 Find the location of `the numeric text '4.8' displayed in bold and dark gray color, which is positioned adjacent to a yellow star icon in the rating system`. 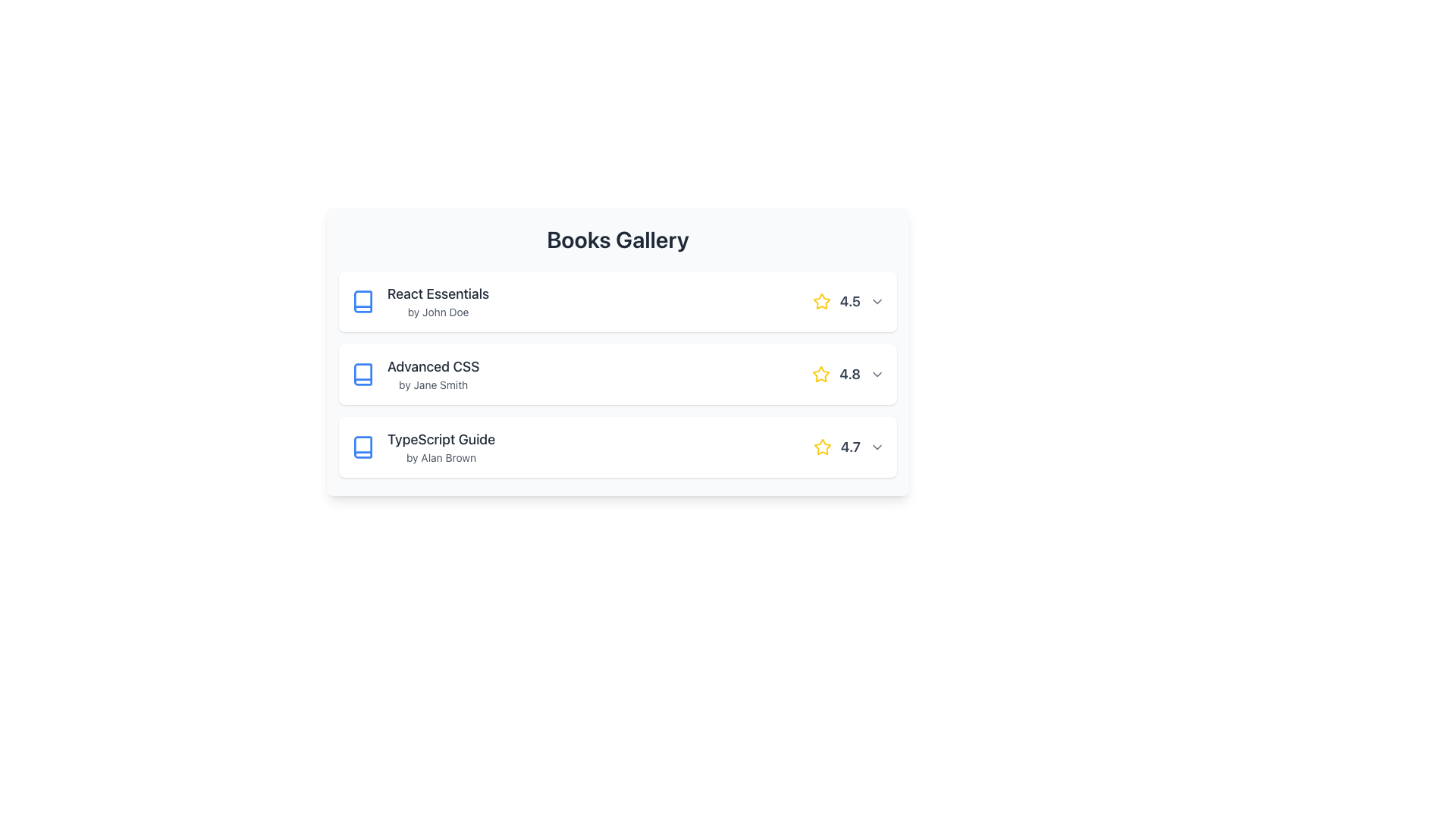

the numeric text '4.8' displayed in bold and dark gray color, which is positioned adjacent to a yellow star icon in the rating system is located at coordinates (850, 374).